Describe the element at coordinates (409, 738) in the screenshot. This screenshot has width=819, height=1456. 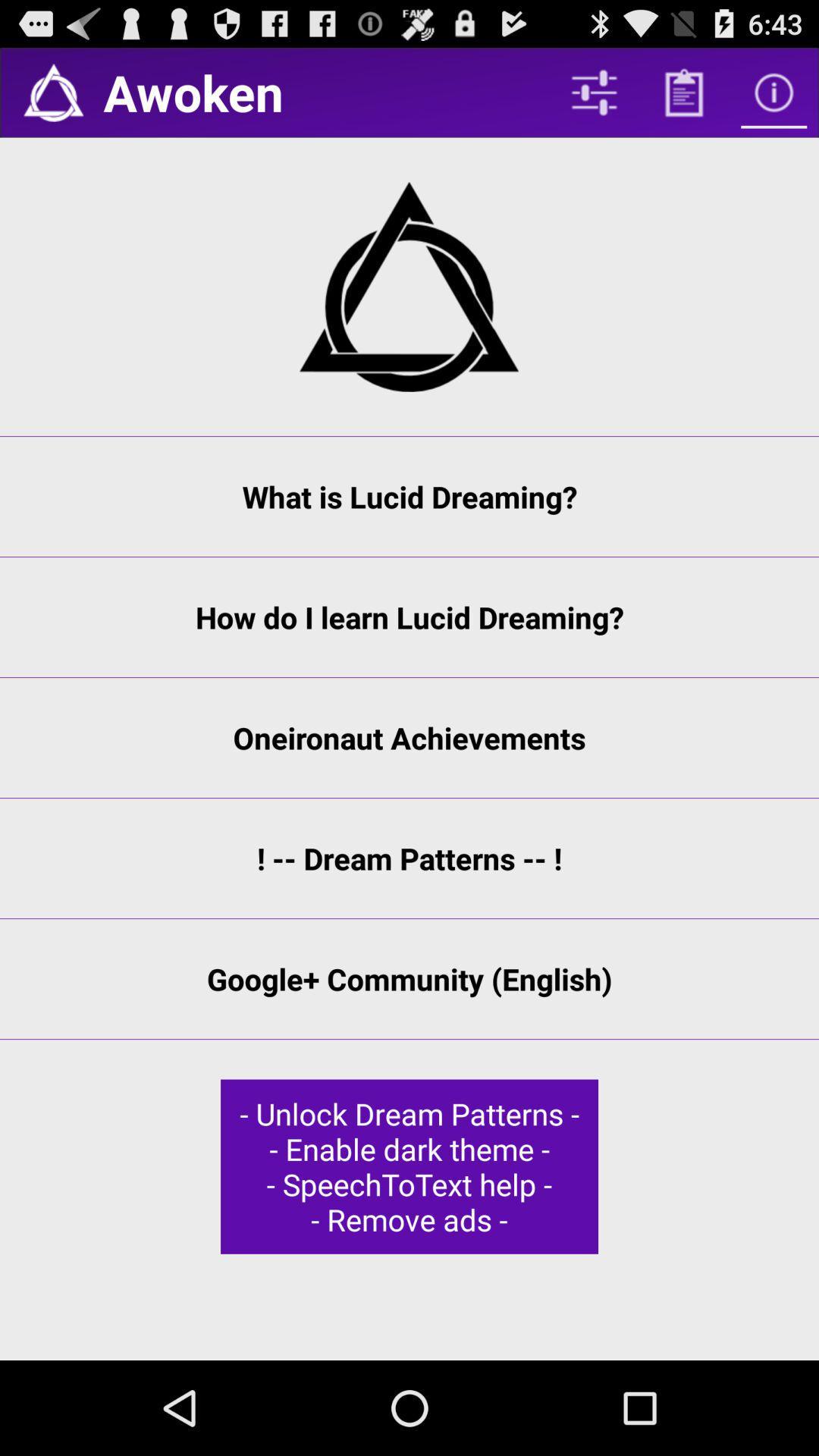
I see `oneironaut achievements item` at that location.